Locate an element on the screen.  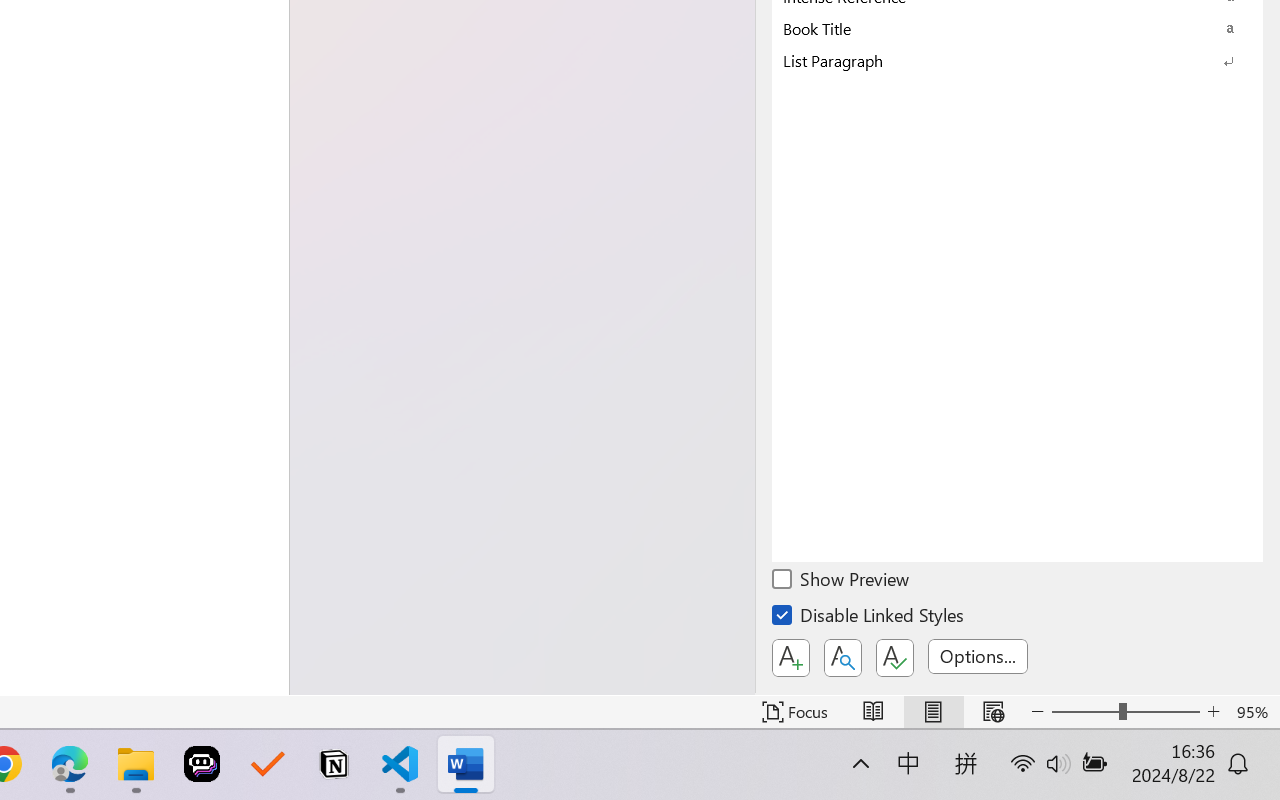
'List Paragraph' is located at coordinates (1017, 59).